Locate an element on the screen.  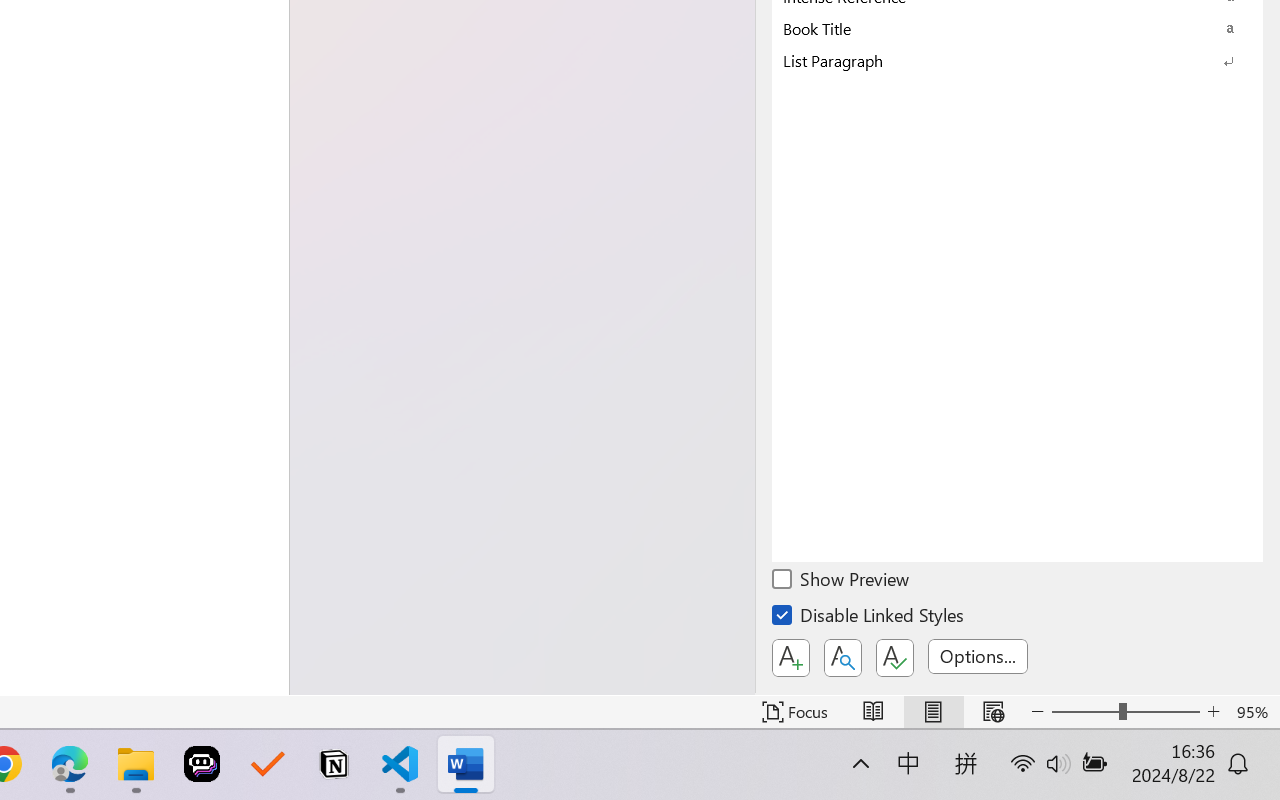
'List Paragraph' is located at coordinates (1017, 59).